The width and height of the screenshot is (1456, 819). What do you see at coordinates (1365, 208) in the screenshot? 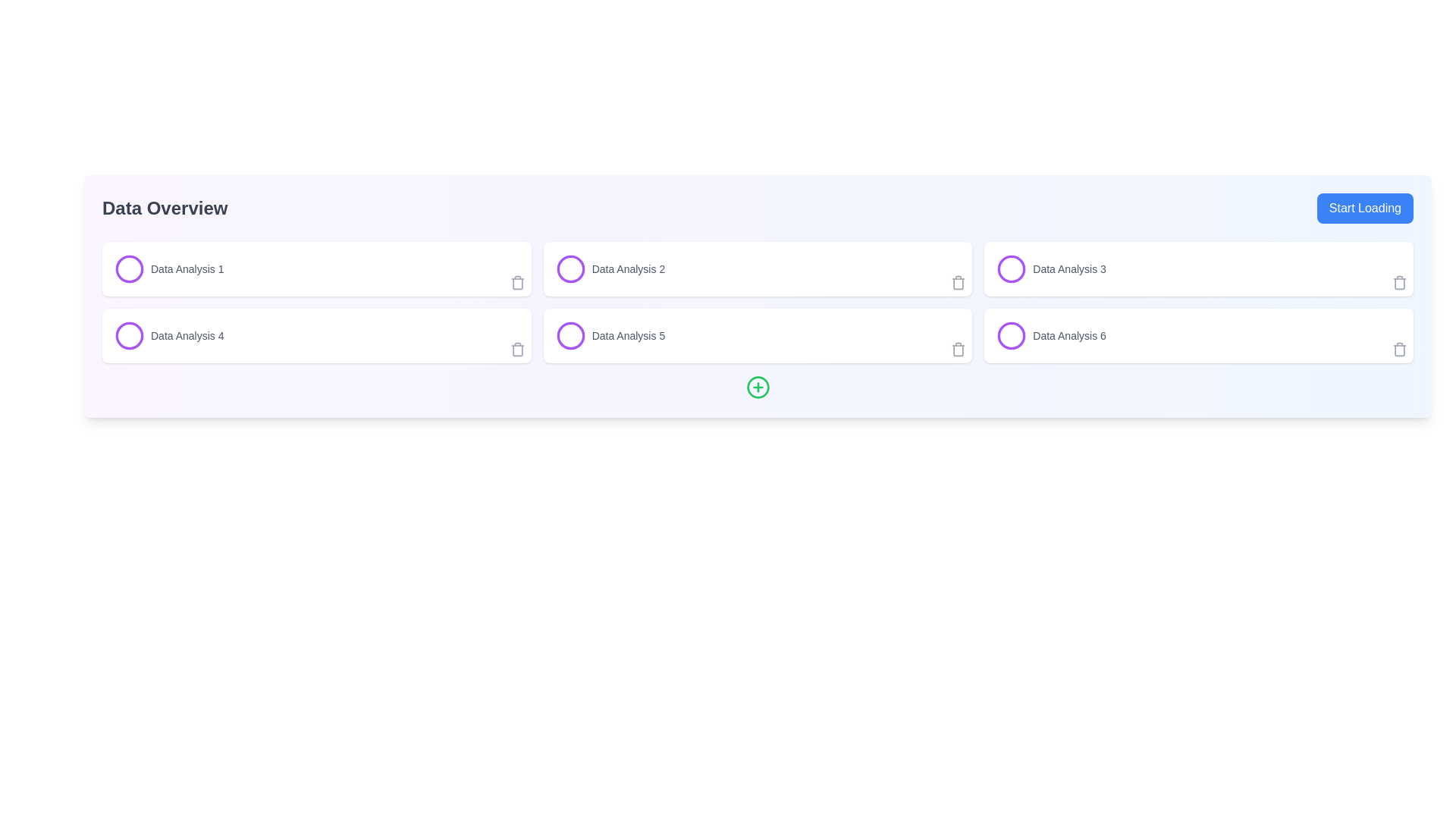
I see `the blue rectangular button labeled 'Start Loading' in the top-right corner of the 'Data Overview' section` at bounding box center [1365, 208].